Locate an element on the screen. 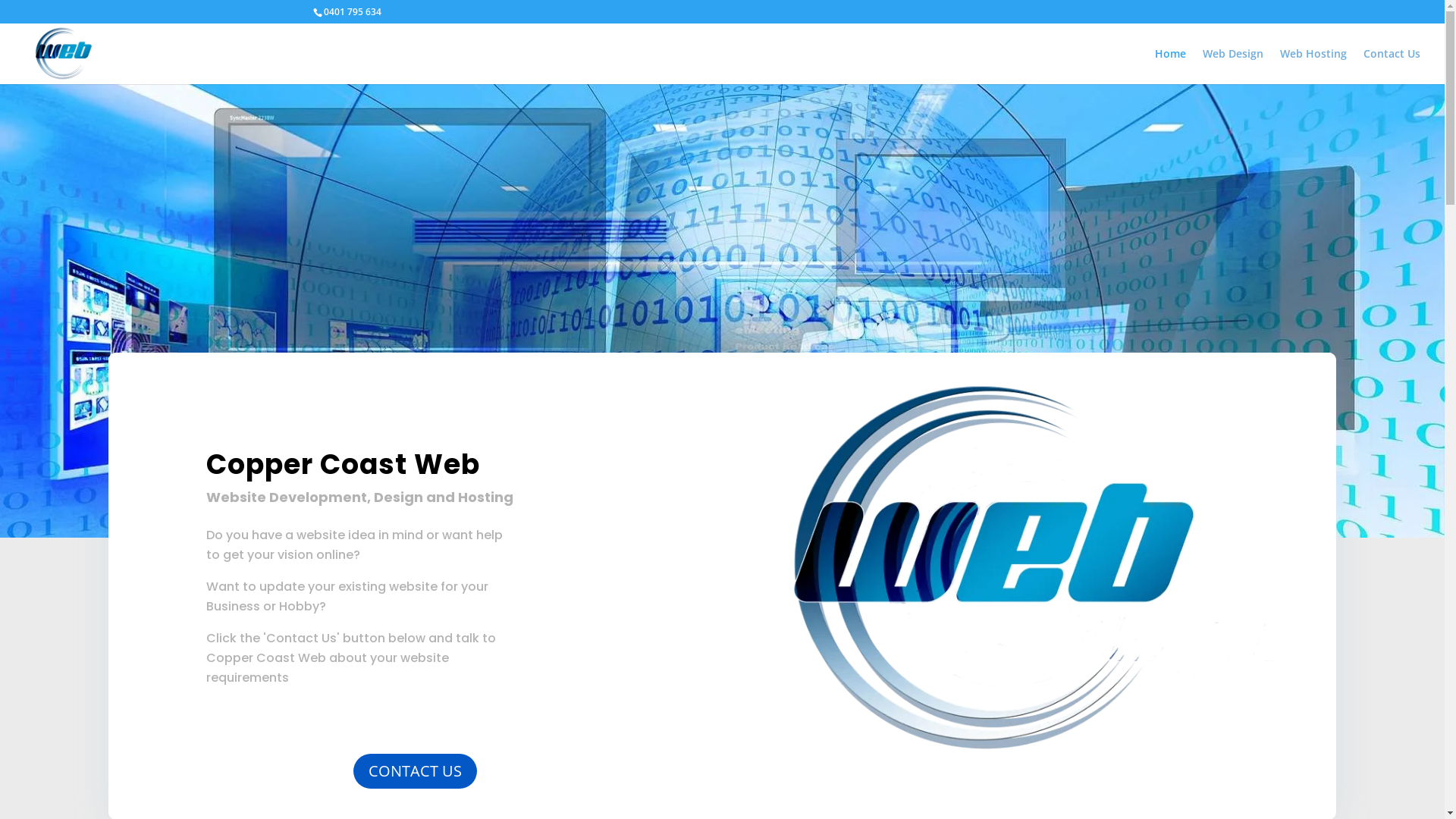 This screenshot has height=819, width=1456. 'Home' is located at coordinates (1169, 65).